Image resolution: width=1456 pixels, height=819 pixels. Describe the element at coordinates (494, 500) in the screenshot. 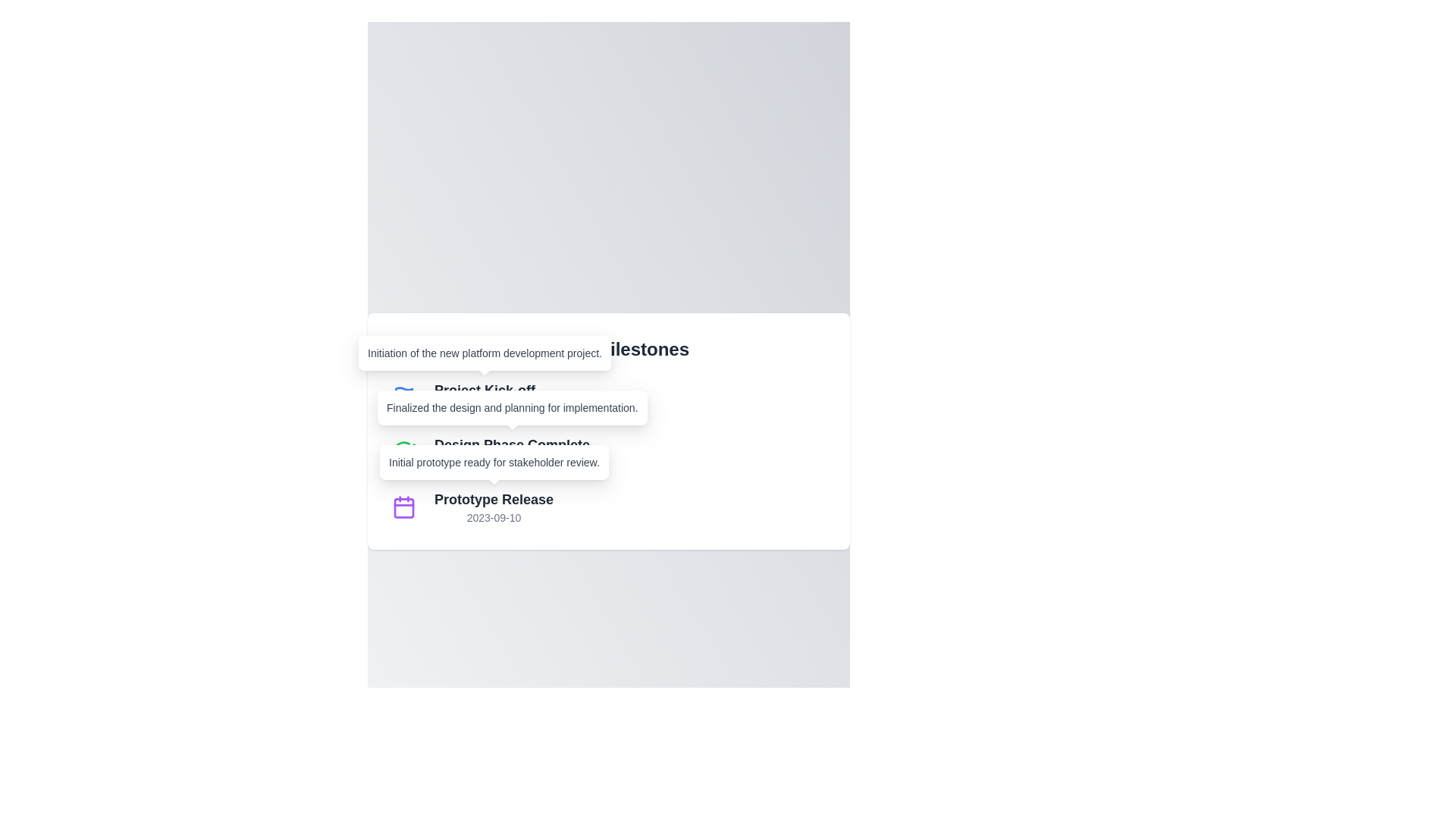

I see `the text label element that indicates a milestone or event, located above the date '2023-09-10' and next to a calendar icon` at that location.